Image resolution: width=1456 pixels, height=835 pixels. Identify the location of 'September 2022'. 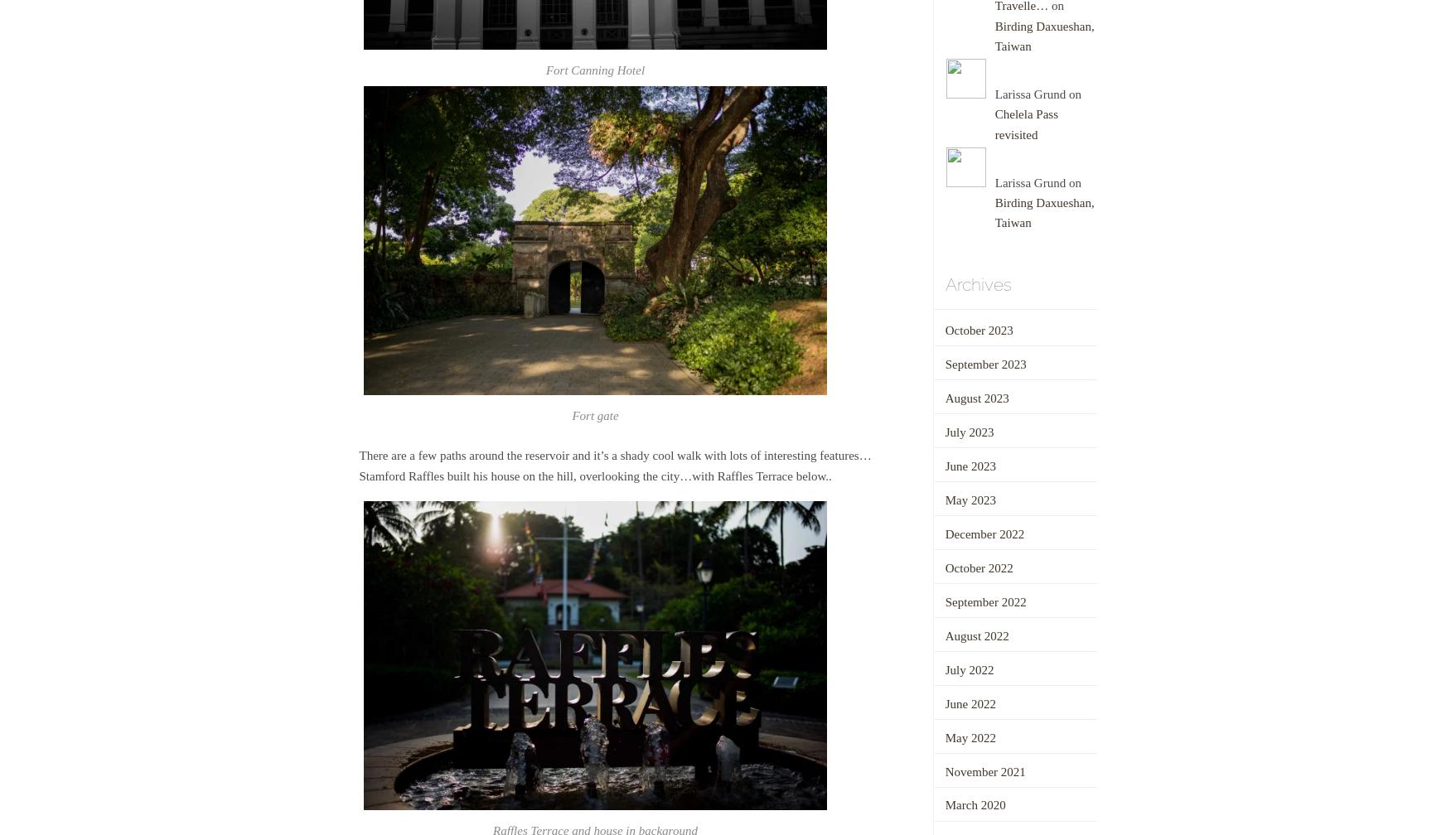
(943, 601).